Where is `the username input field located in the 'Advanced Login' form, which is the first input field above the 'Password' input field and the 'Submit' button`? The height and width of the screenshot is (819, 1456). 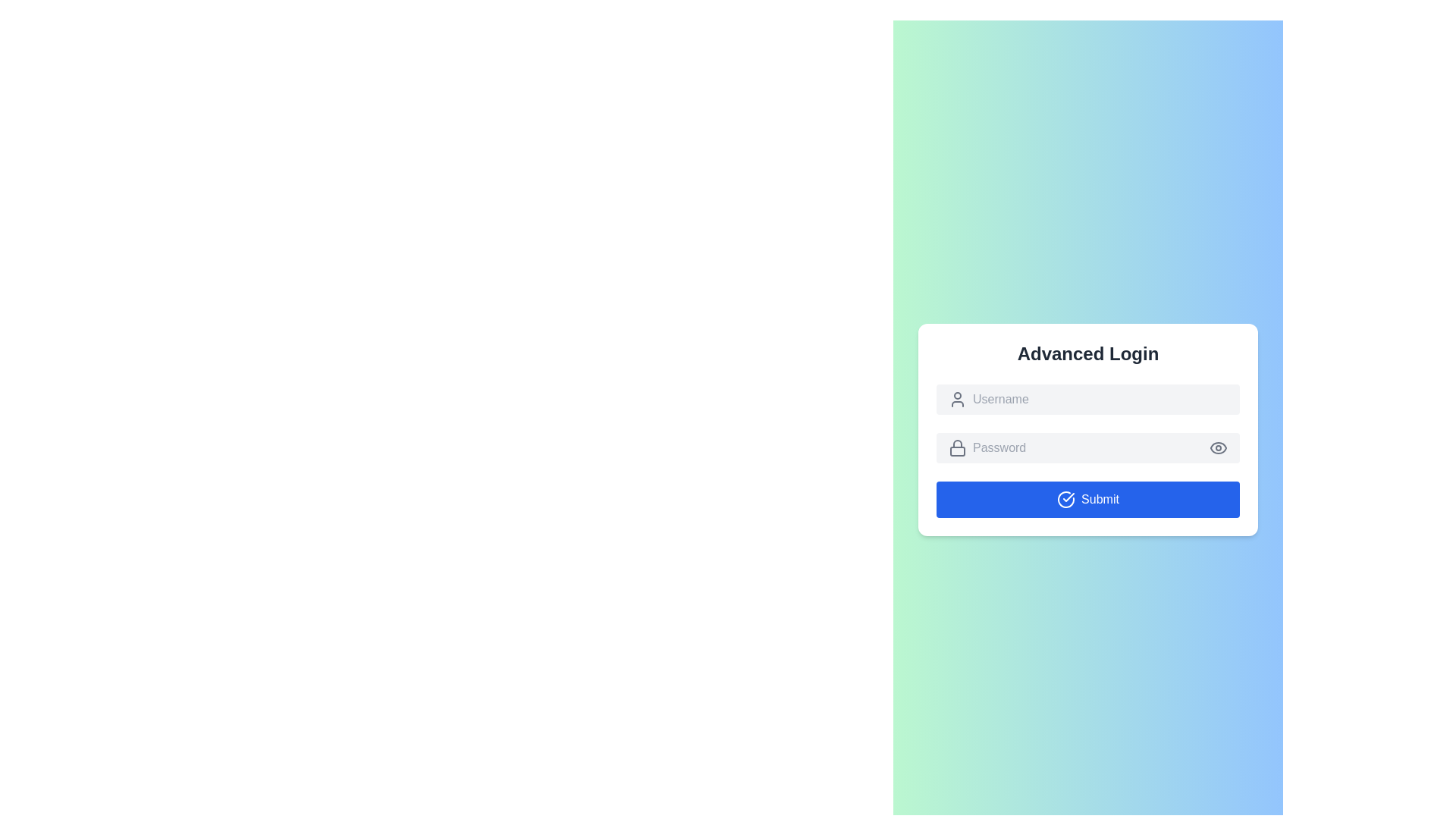 the username input field located in the 'Advanced Login' form, which is the first input field above the 'Password' input field and the 'Submit' button is located at coordinates (1087, 399).